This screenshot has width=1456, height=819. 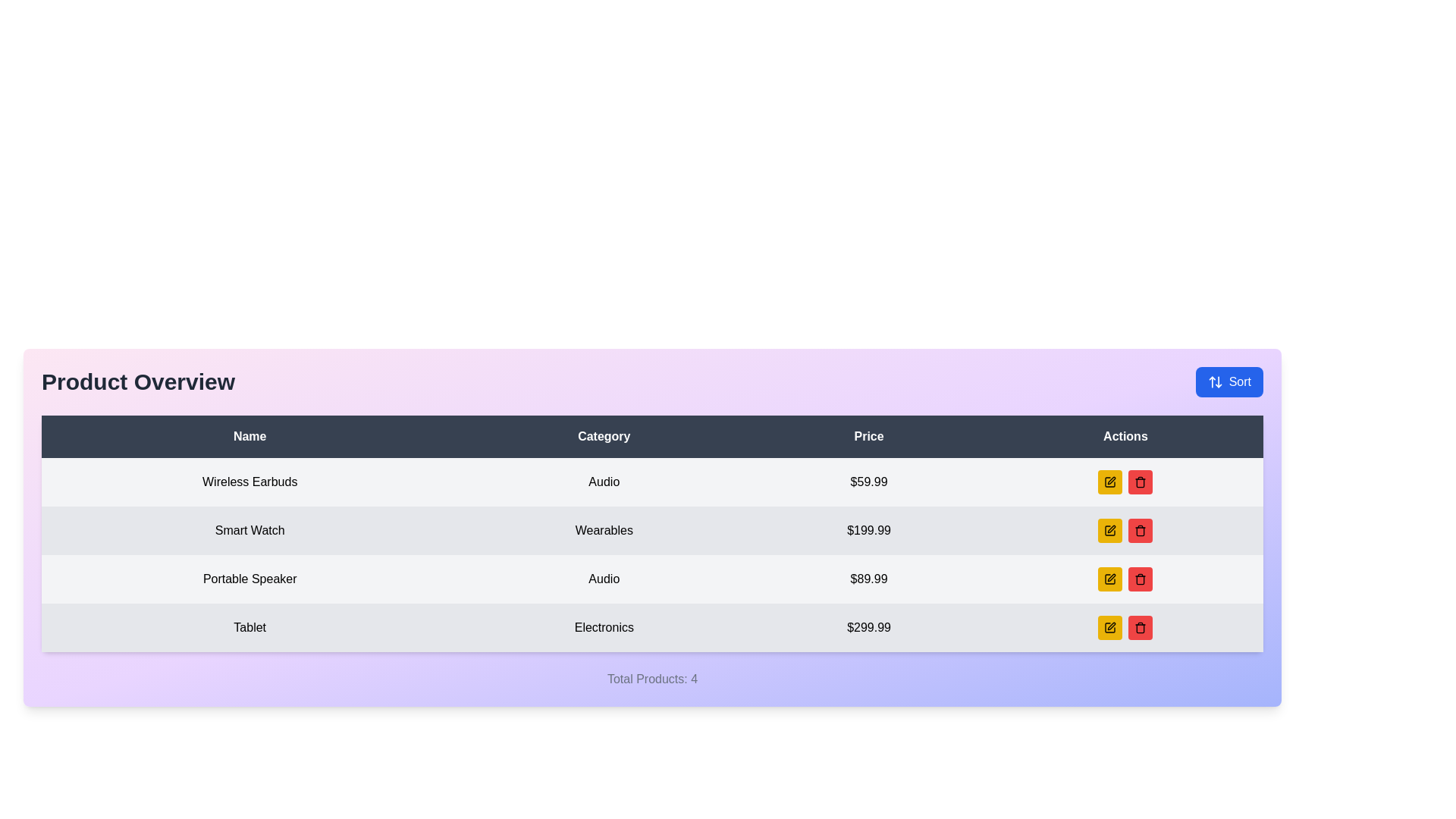 What do you see at coordinates (1112, 626) in the screenshot?
I see `the edit button icon located in the 'Actions' column of the table in the fourth row for the 'Tablet' item` at bounding box center [1112, 626].